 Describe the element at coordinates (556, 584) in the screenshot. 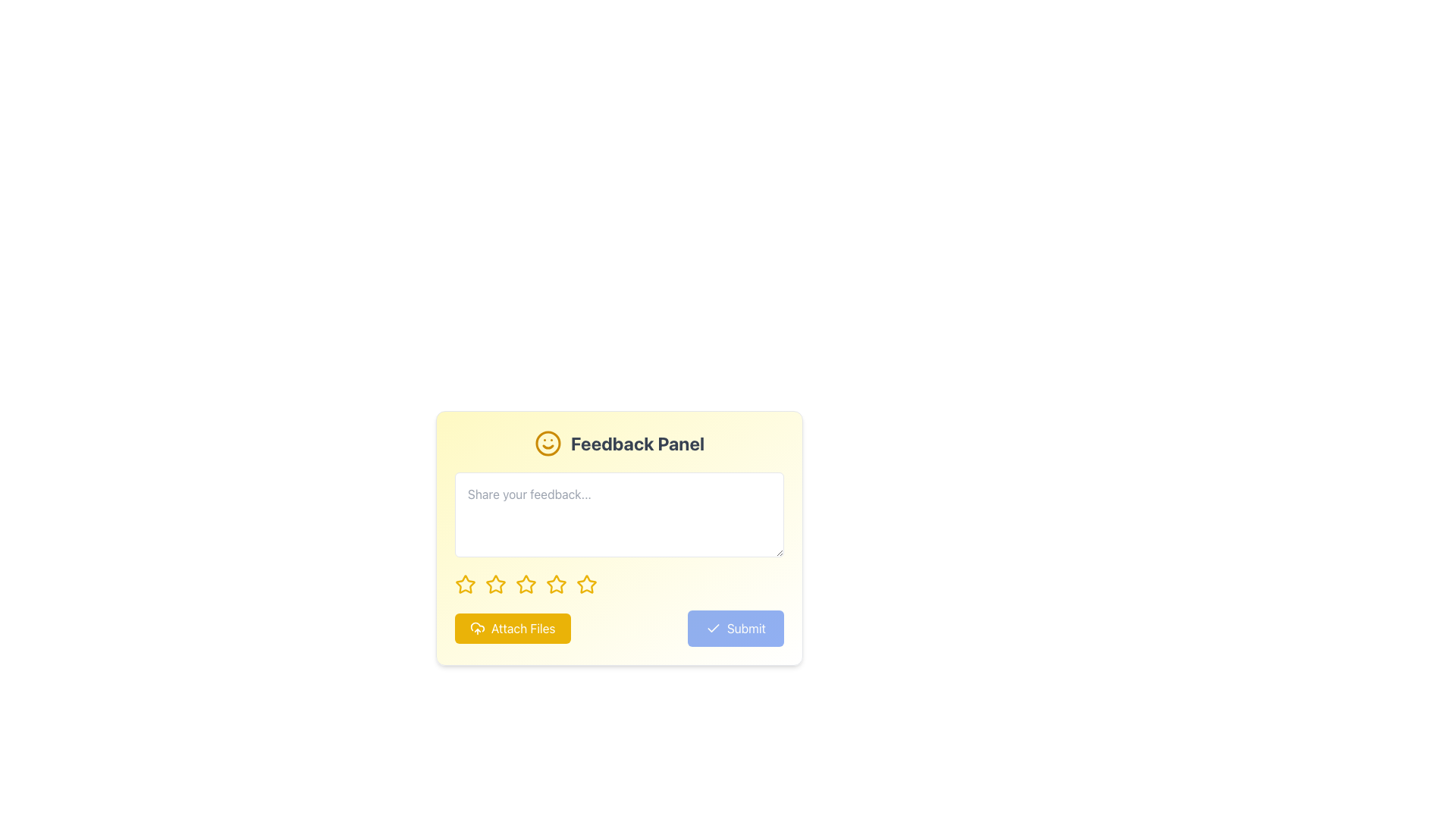

I see `the sixth star icon in the rating system located below the input box within the feedback form UI component` at that location.